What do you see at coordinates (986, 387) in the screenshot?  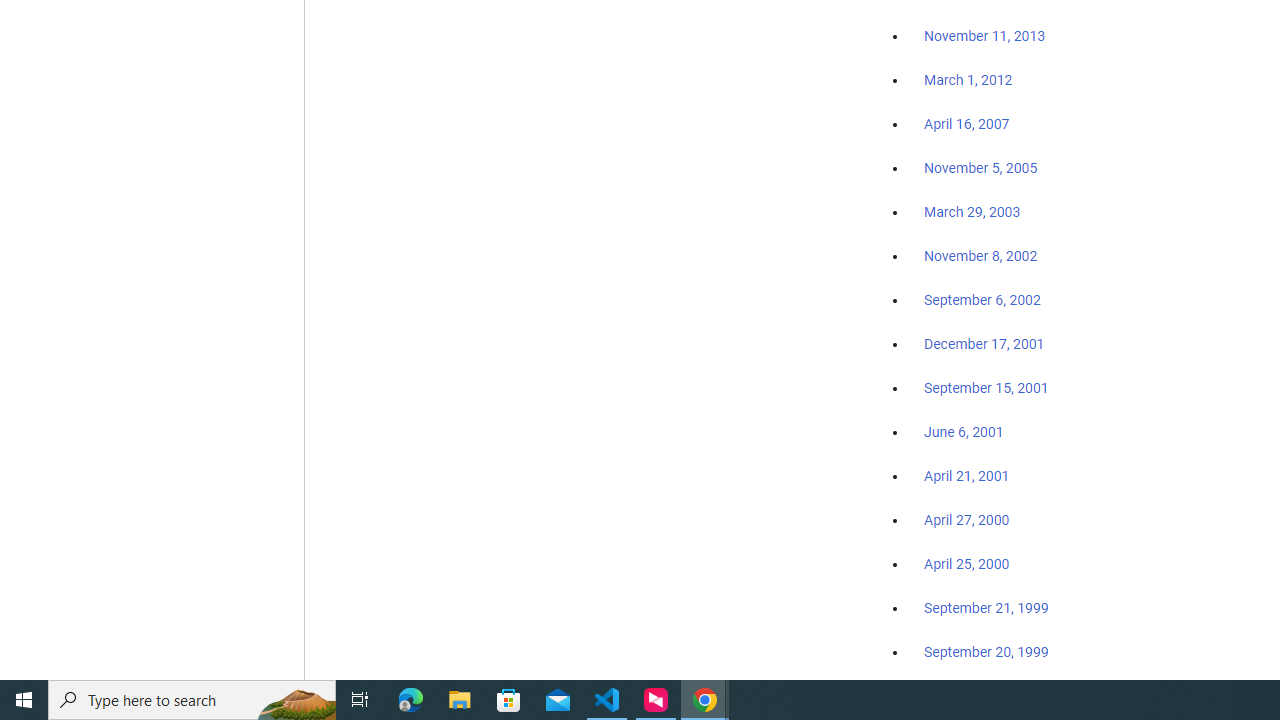 I see `'September 15, 2001'` at bounding box center [986, 387].